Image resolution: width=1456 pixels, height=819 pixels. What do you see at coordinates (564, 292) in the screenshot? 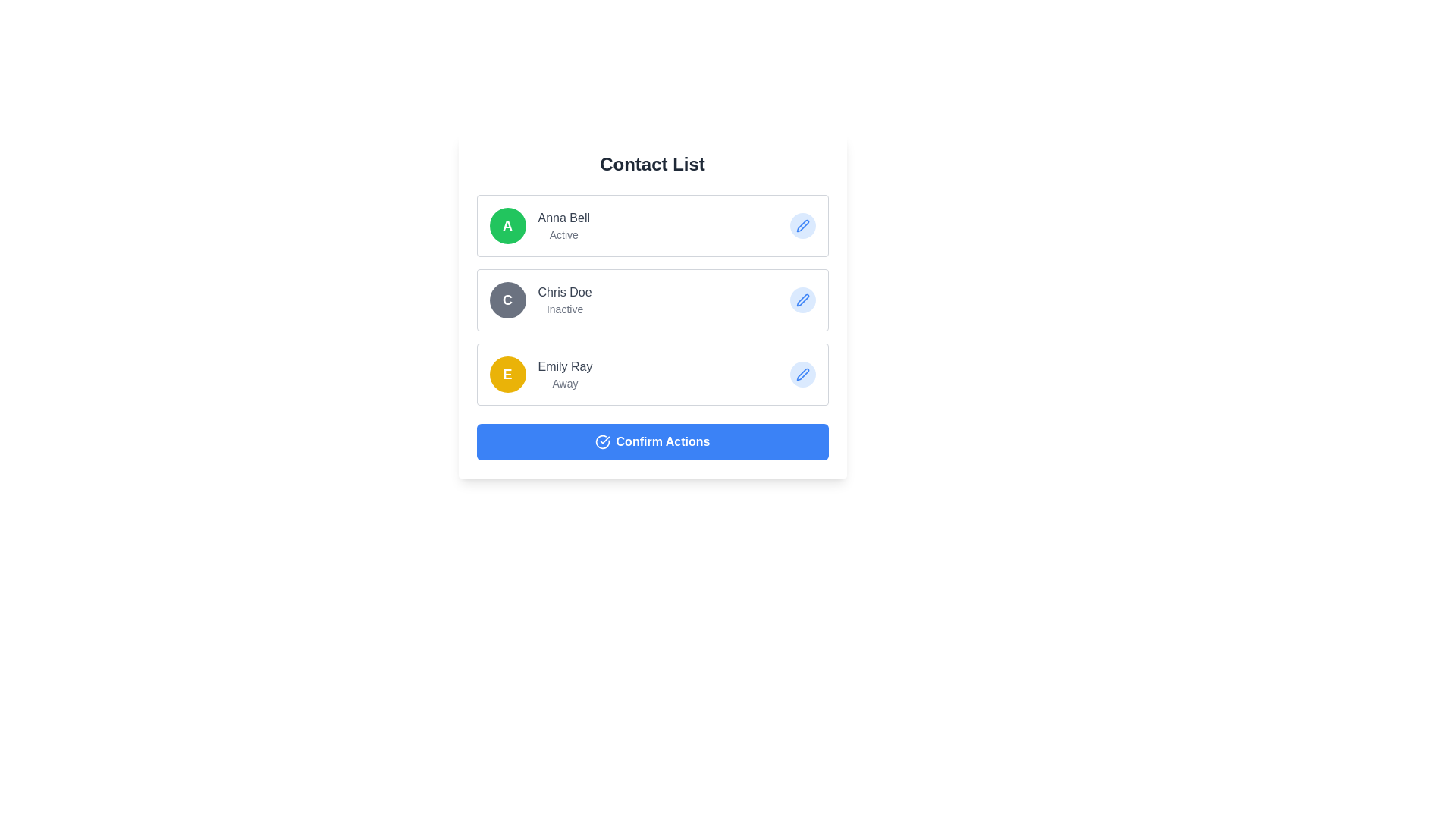
I see `text label displaying 'Chris Doe' located in the second contact entry of the 'Contact List', next to the circular avatar labeled with a 'C'` at bounding box center [564, 292].